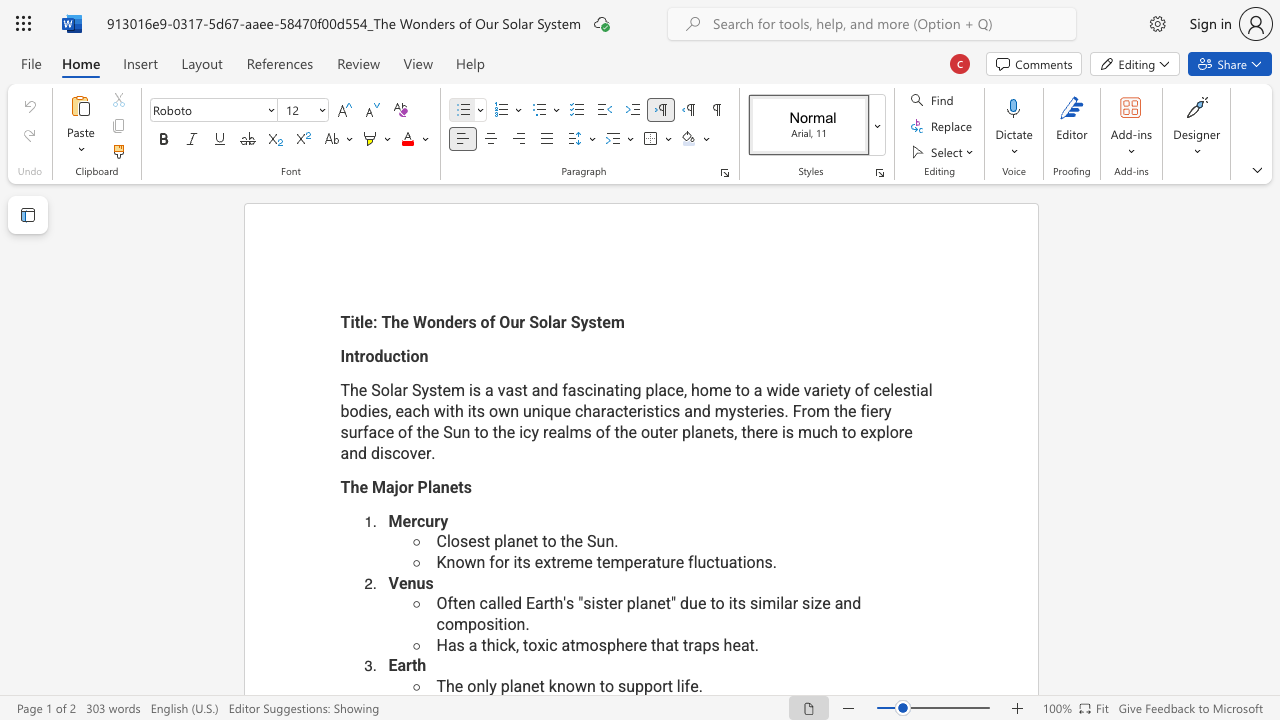 The width and height of the screenshot is (1280, 720). What do you see at coordinates (587, 645) in the screenshot?
I see `the space between the continuous character "m" and "o" in the text` at bounding box center [587, 645].